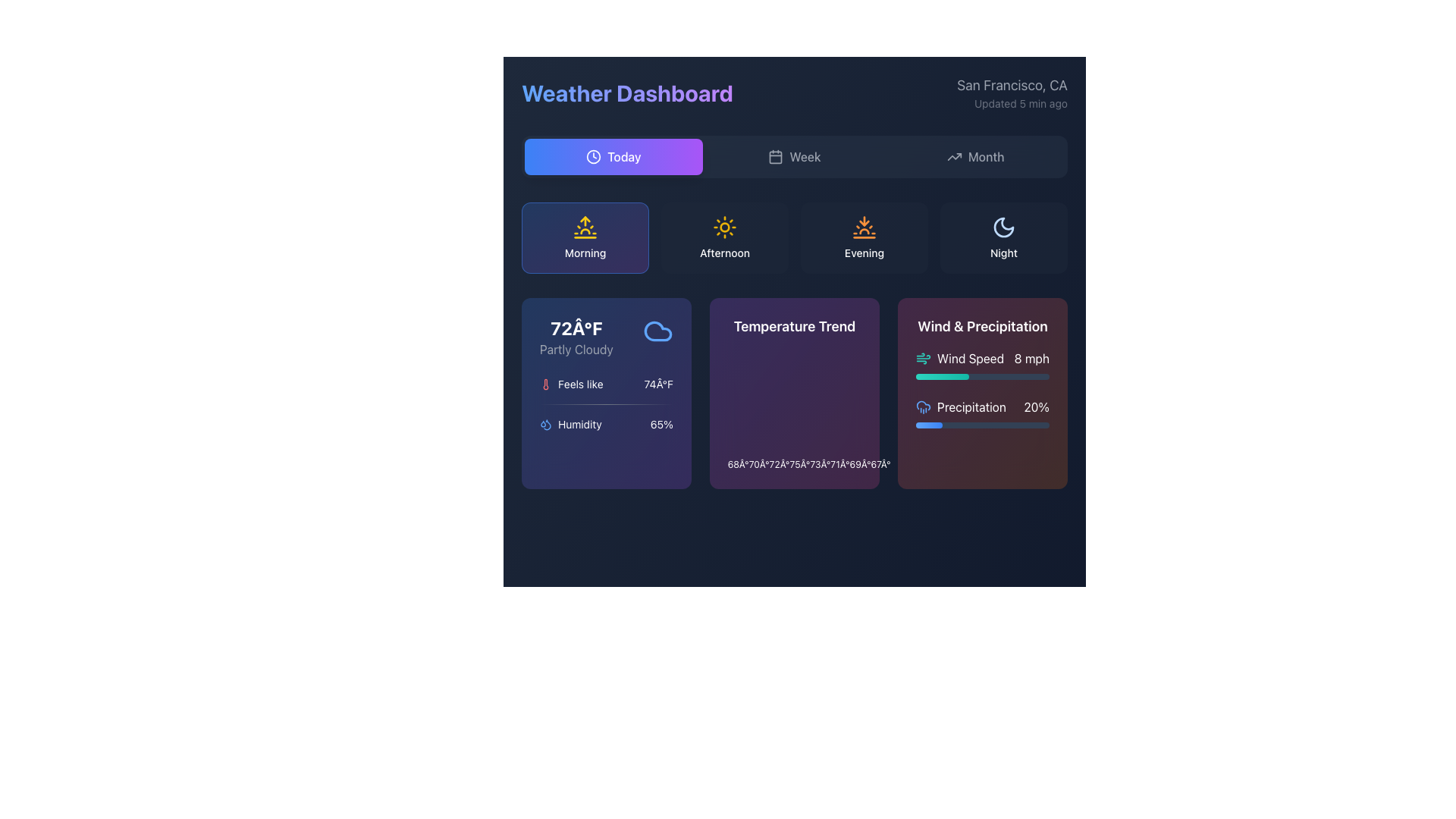 The width and height of the screenshot is (1456, 819). What do you see at coordinates (607, 383) in the screenshot?
I see `the informational text element displaying 'Feels like 74Â°F' with the adjacent red thermometer icon` at bounding box center [607, 383].